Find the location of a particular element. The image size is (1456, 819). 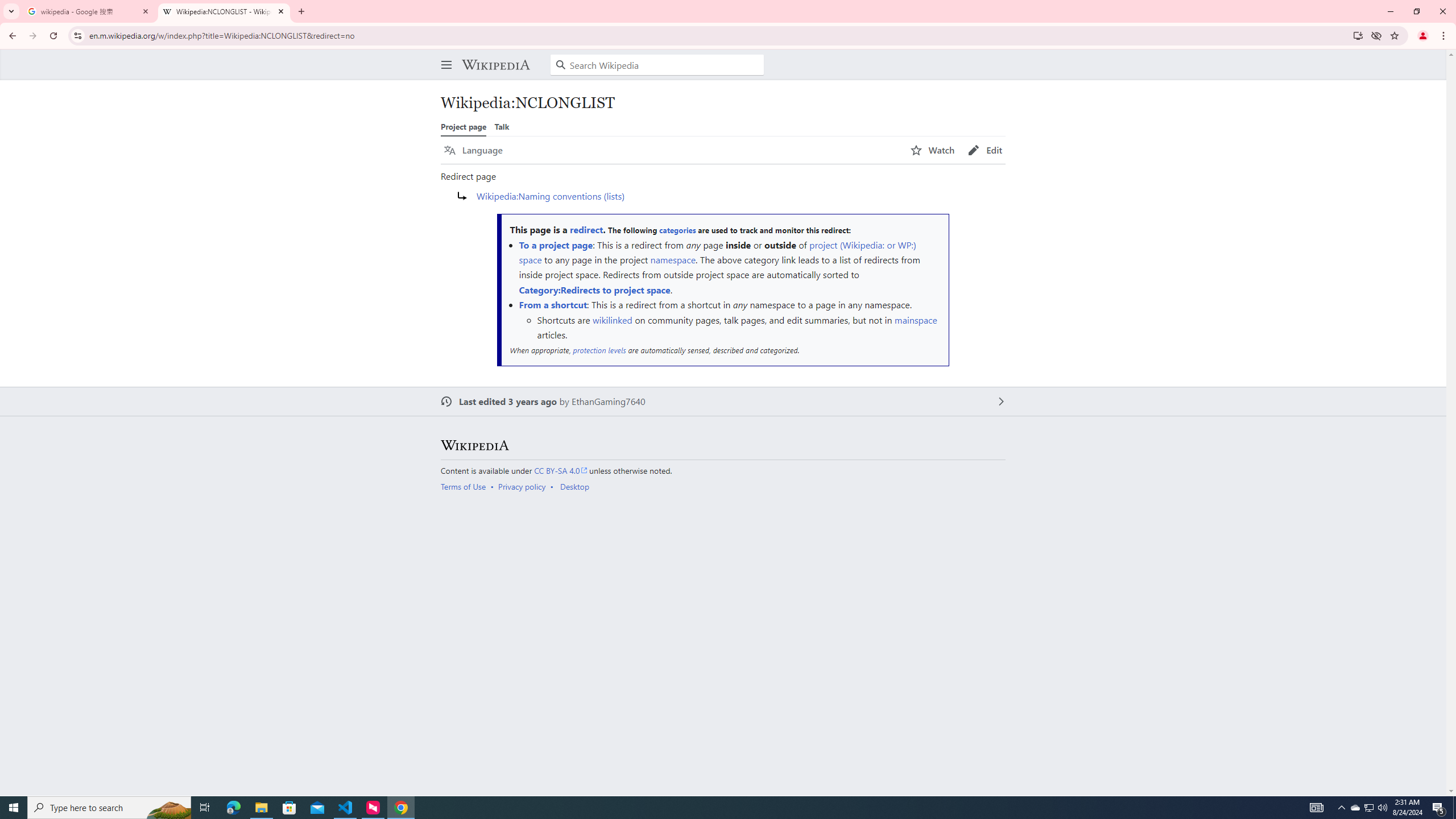

'Project page' is located at coordinates (463, 126).